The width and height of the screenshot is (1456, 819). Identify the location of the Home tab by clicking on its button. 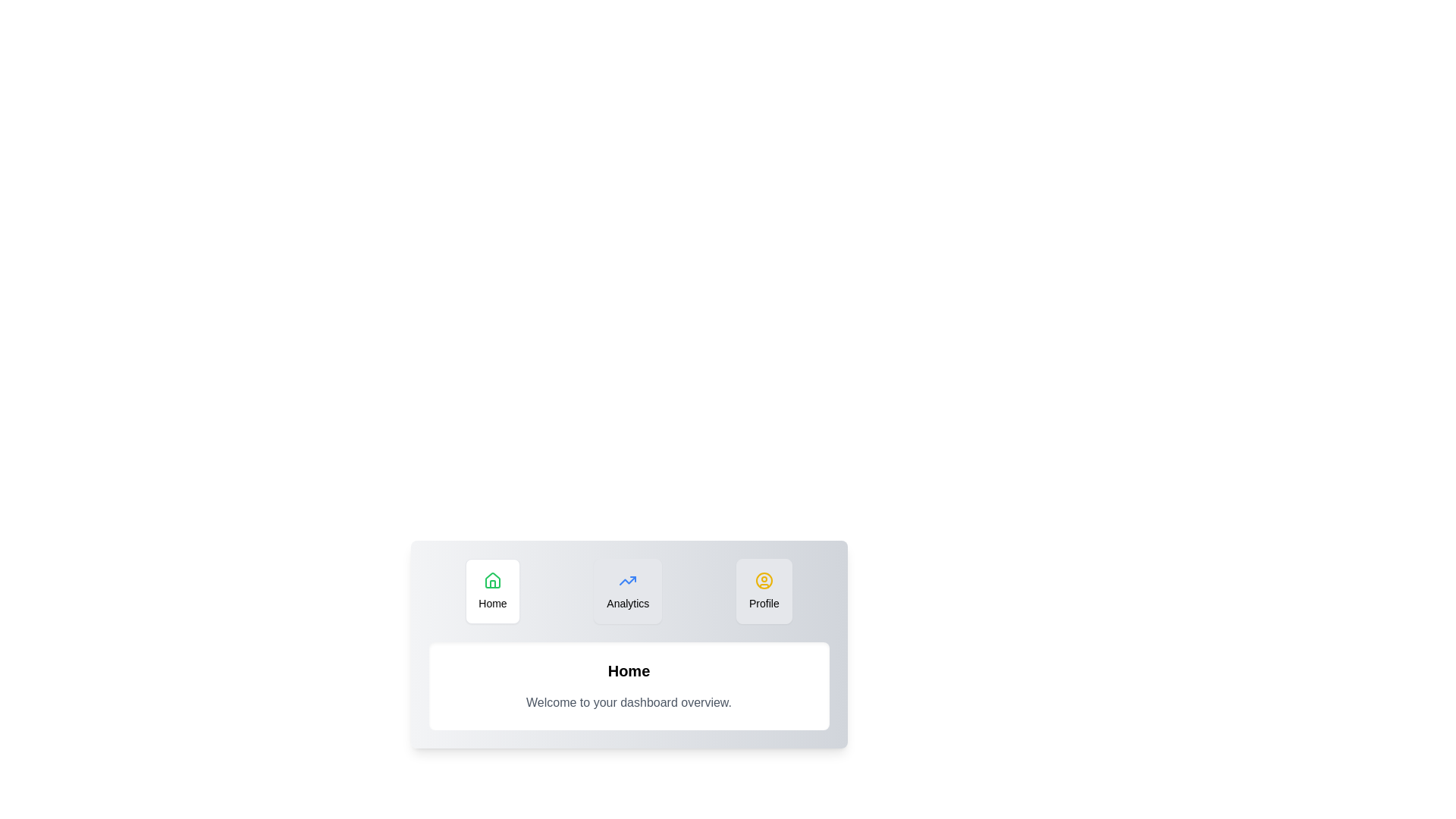
(492, 590).